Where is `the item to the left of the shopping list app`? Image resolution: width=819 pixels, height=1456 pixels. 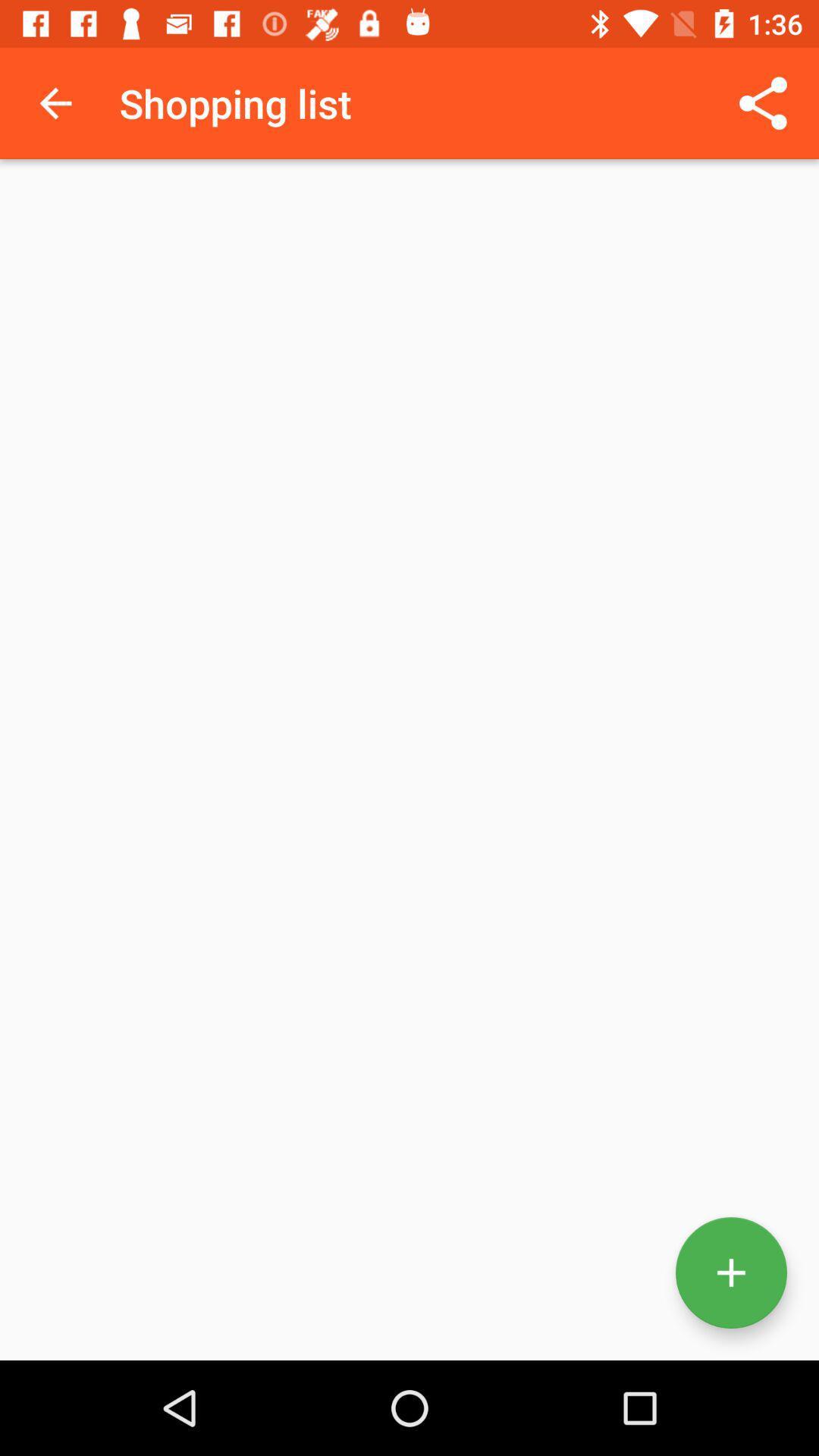
the item to the left of the shopping list app is located at coordinates (55, 102).